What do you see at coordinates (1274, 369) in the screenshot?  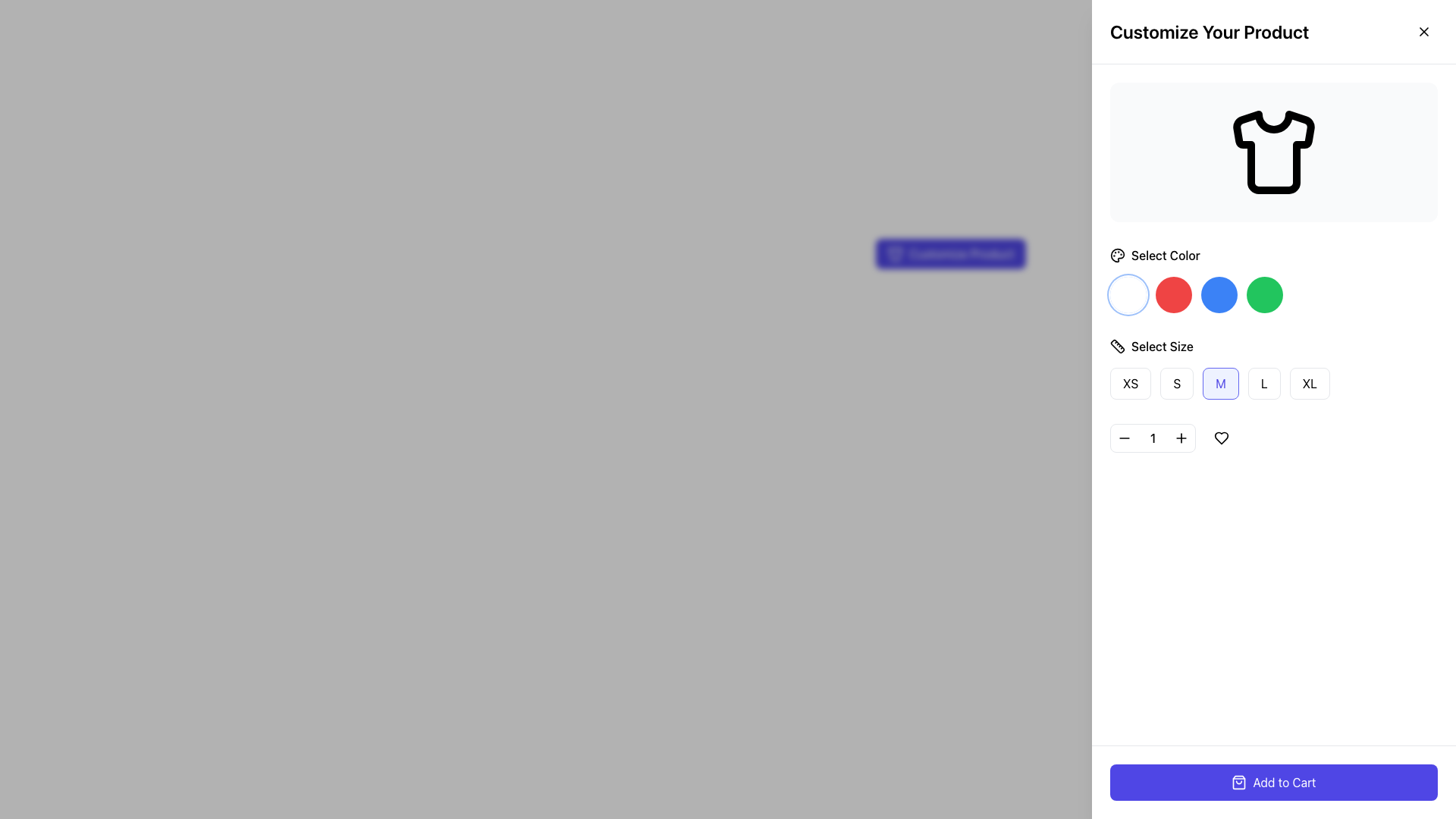 I see `the button in the size selection group located in the right panel of the interface, underneath 'Select Color' and above the quantity selector` at bounding box center [1274, 369].